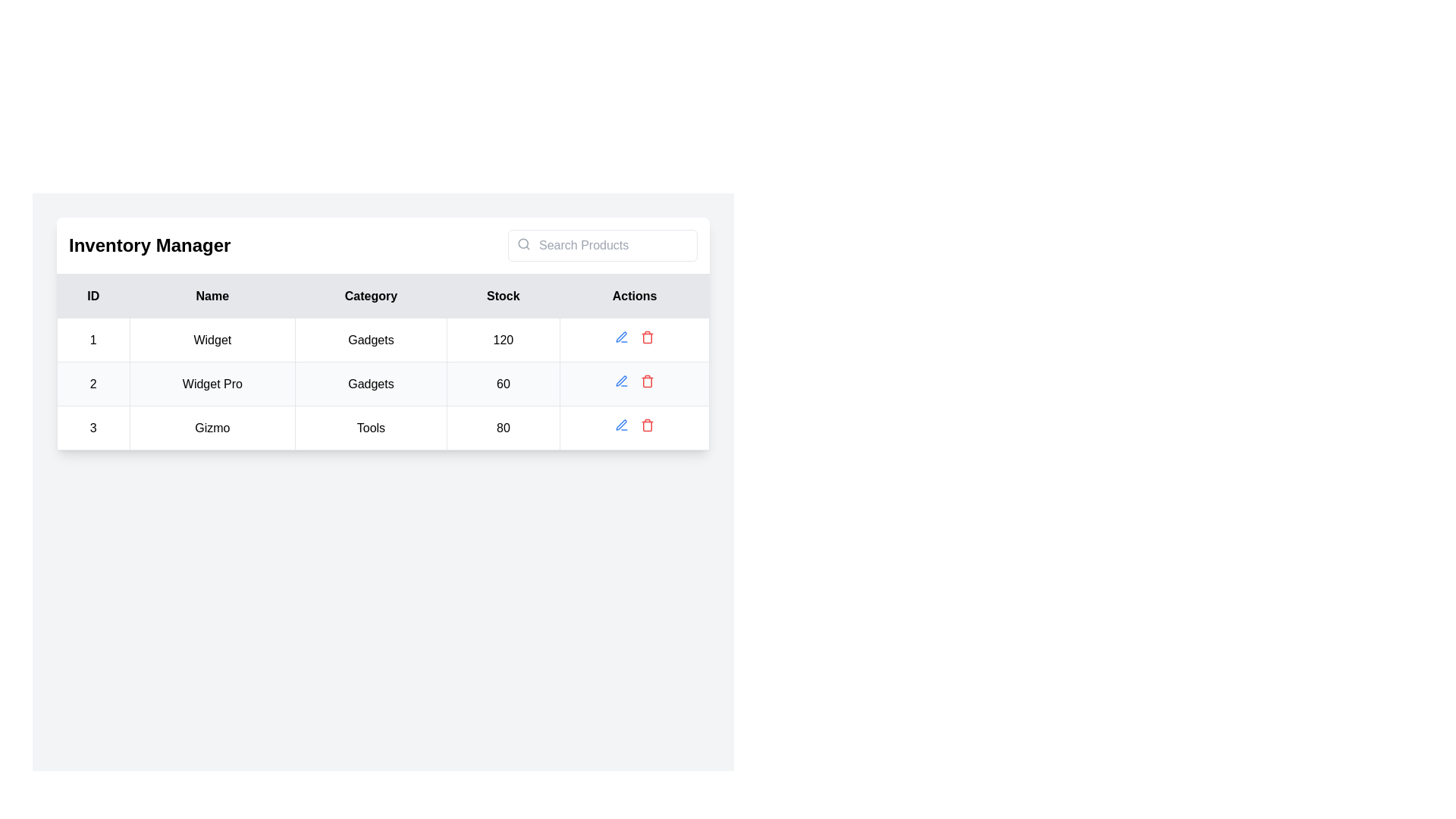  Describe the element at coordinates (622, 336) in the screenshot. I see `the Icon Button located in the 'Actions' column of the second row in the table to observe hover styling effects` at that location.